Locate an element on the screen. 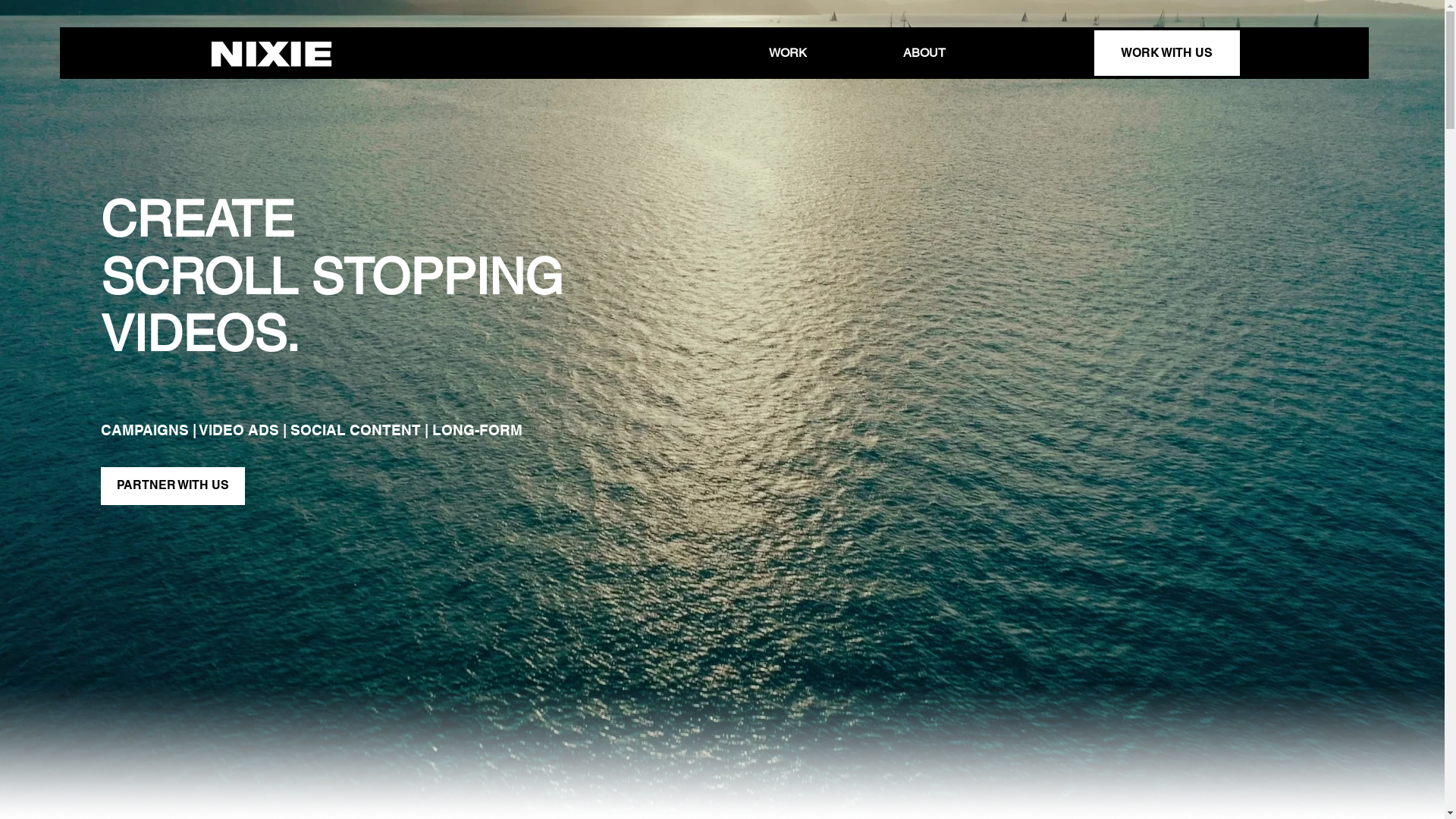 The image size is (1456, 819). 'WORK WITH US' is located at coordinates (1093, 52).